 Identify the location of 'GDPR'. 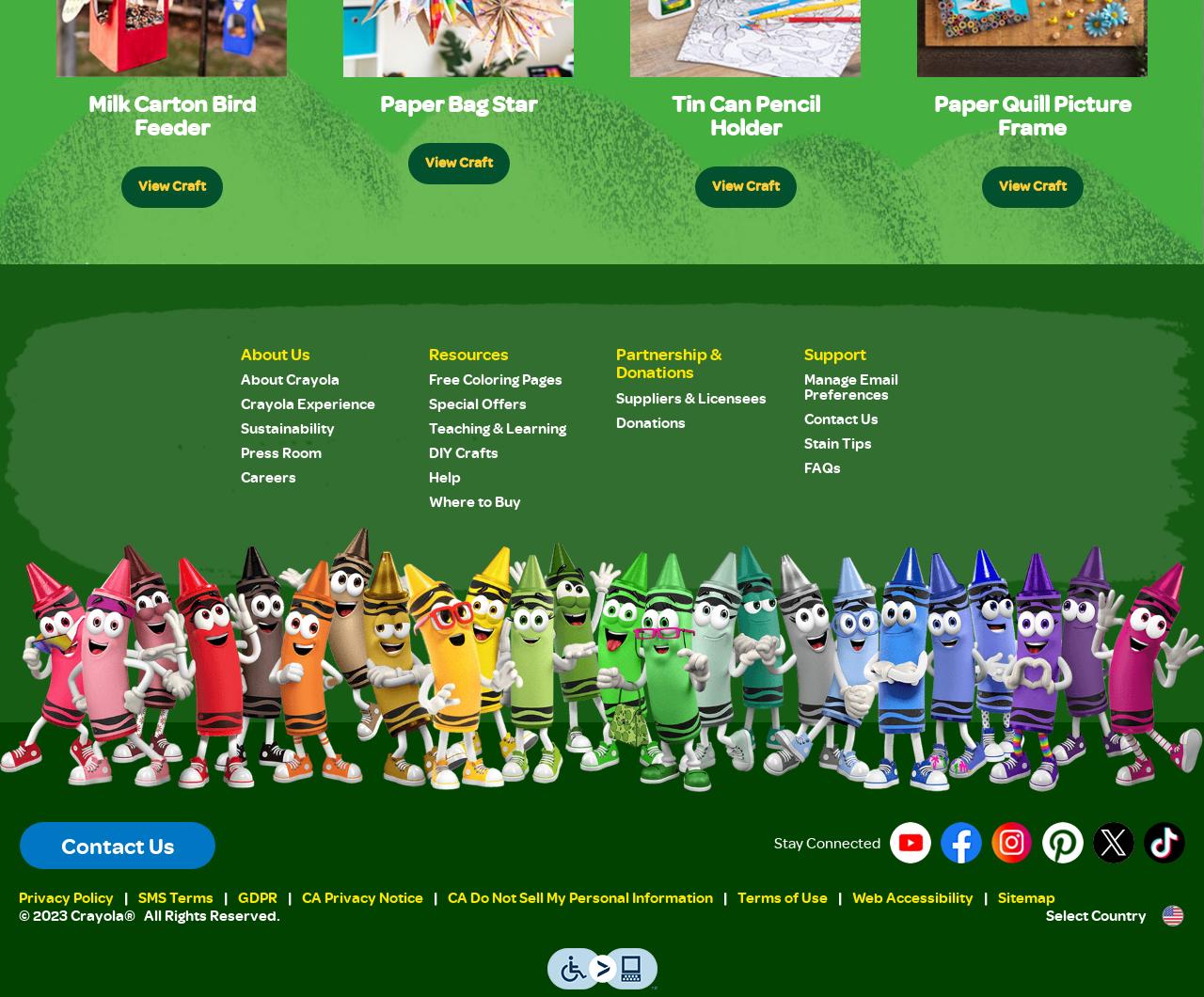
(257, 895).